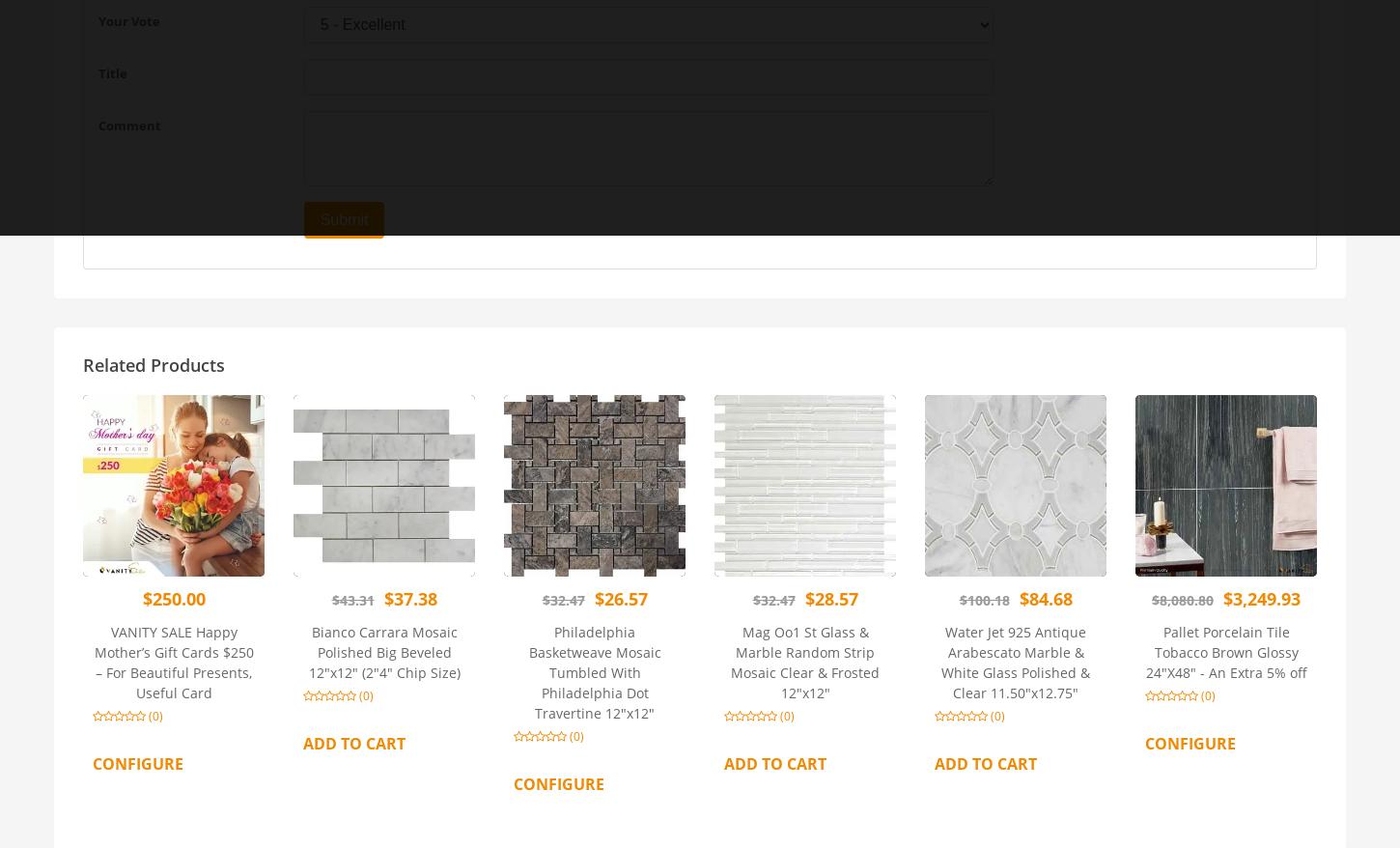 The height and width of the screenshot is (848, 1400). Describe the element at coordinates (172, 596) in the screenshot. I see `'$250.00'` at that location.